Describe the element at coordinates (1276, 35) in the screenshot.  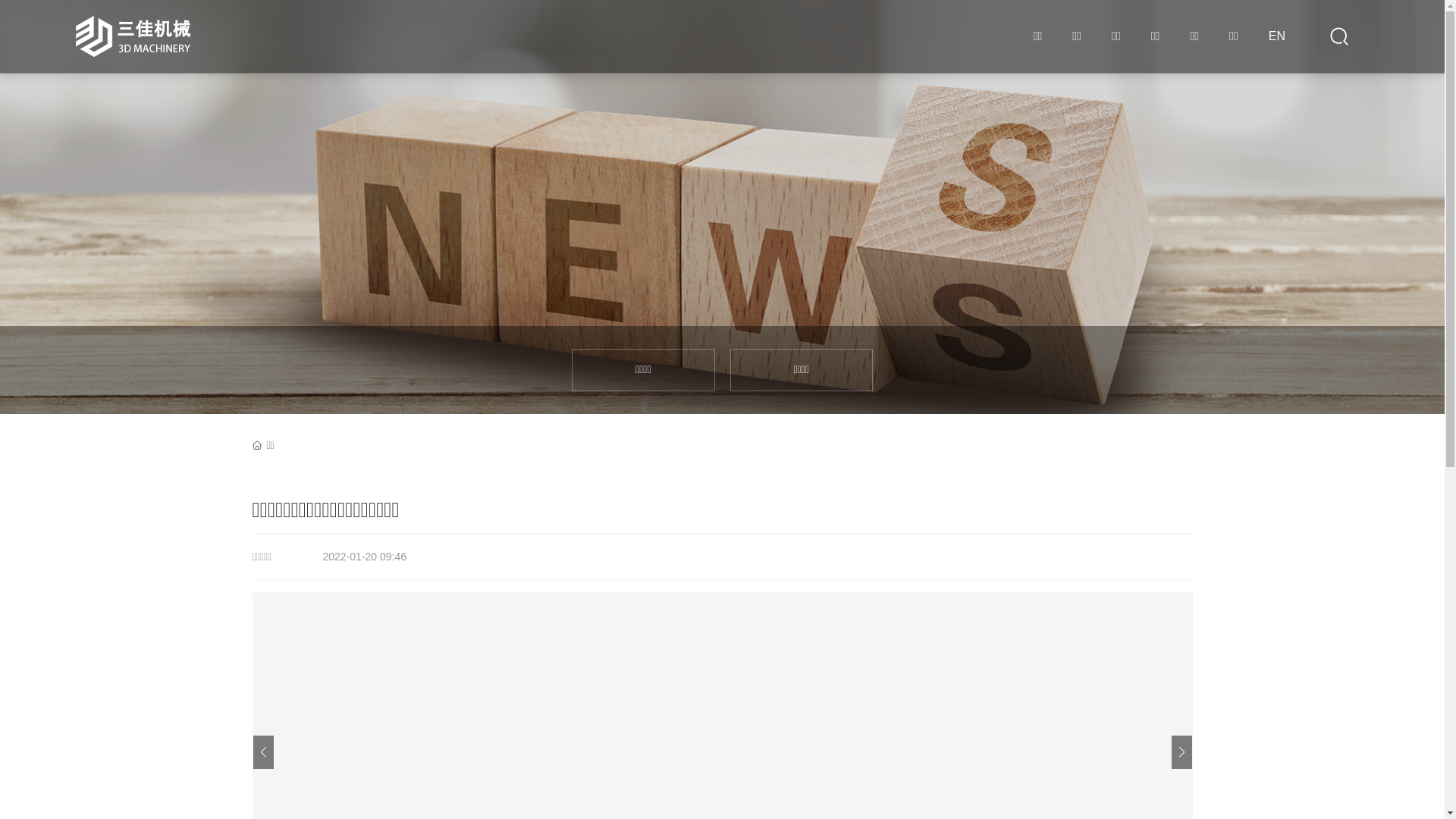
I see `'EN'` at that location.